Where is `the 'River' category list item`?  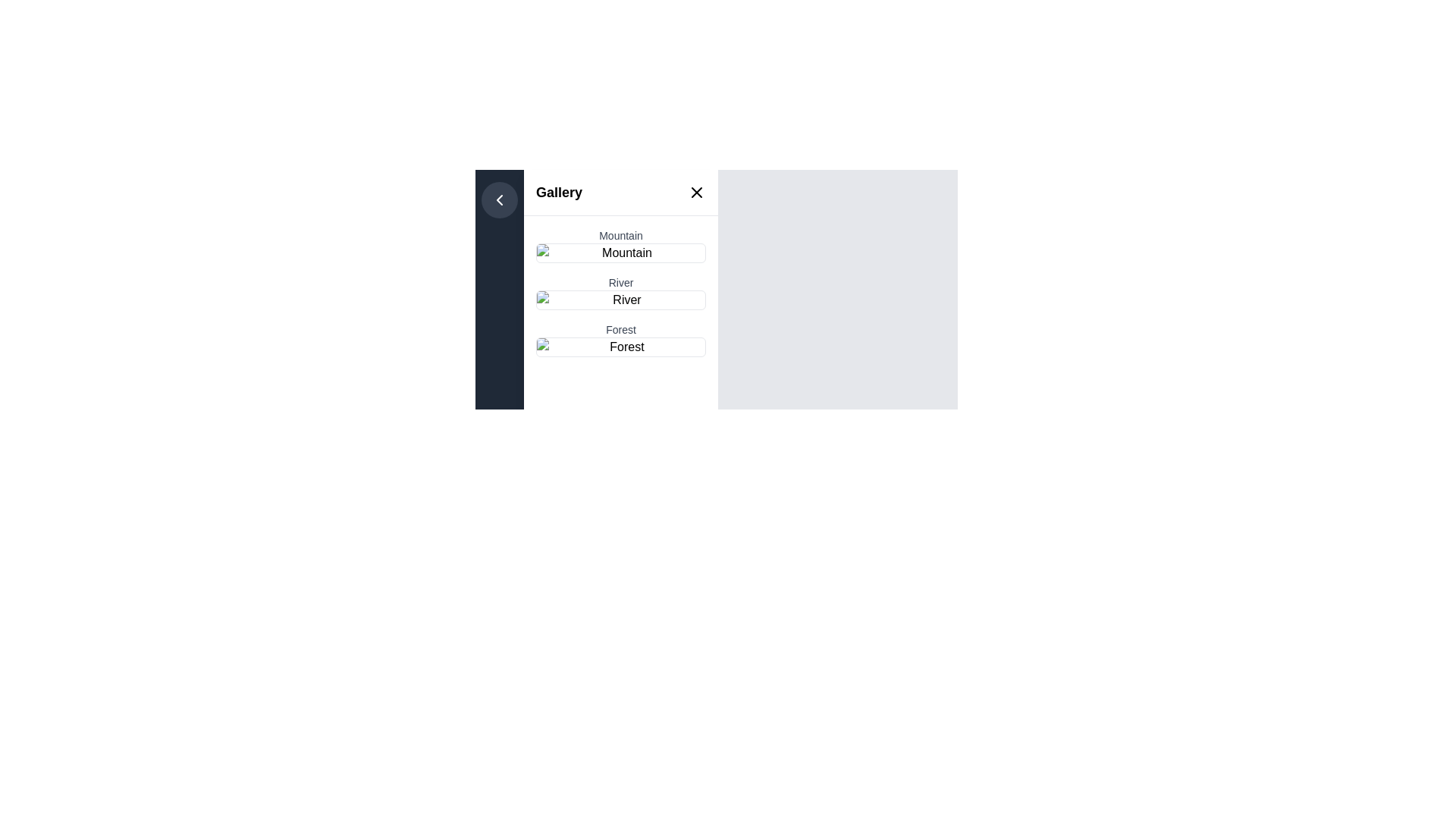
the 'River' category list item is located at coordinates (621, 300).